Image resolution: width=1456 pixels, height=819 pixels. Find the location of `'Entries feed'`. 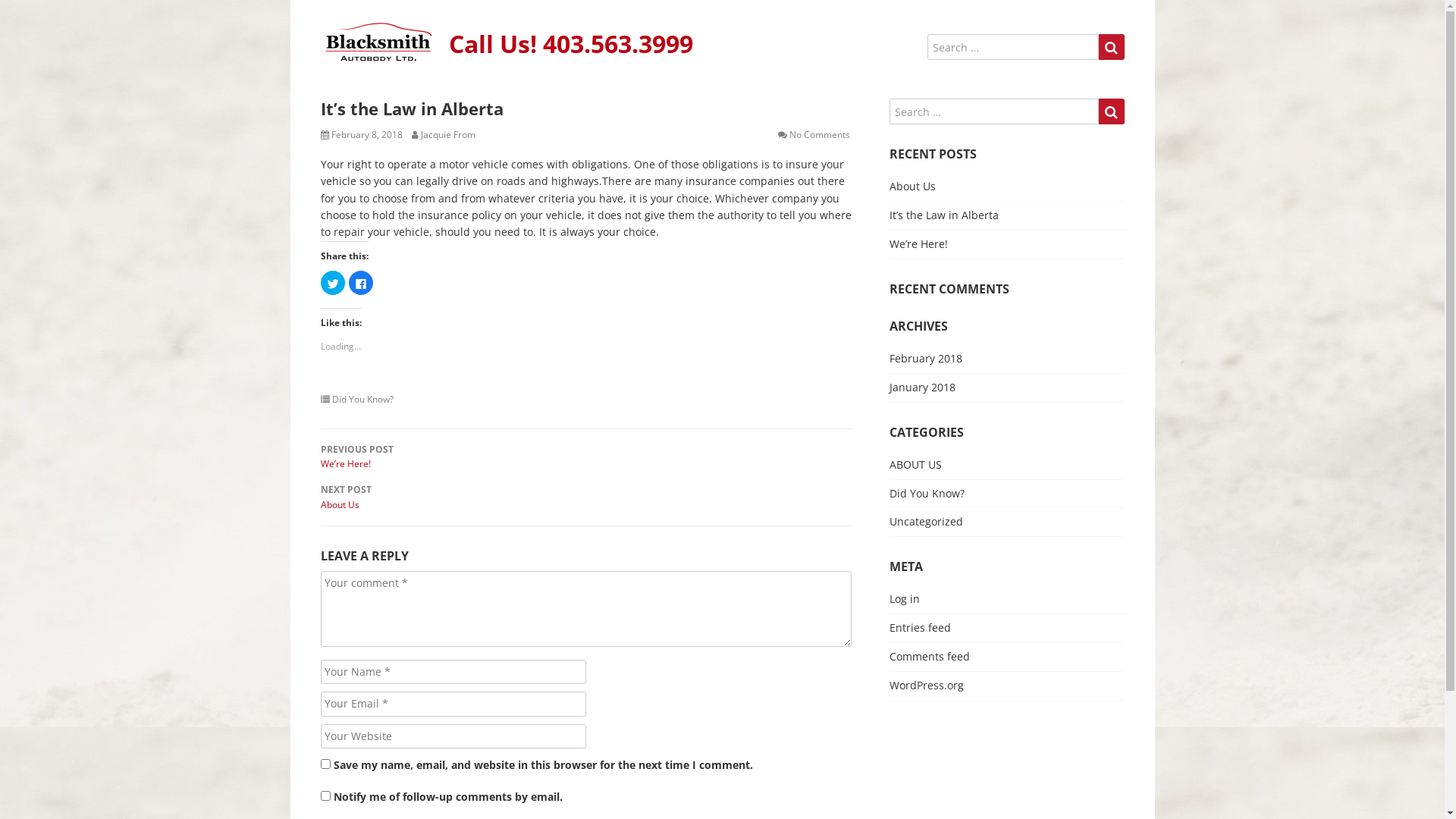

'Entries feed' is located at coordinates (918, 627).